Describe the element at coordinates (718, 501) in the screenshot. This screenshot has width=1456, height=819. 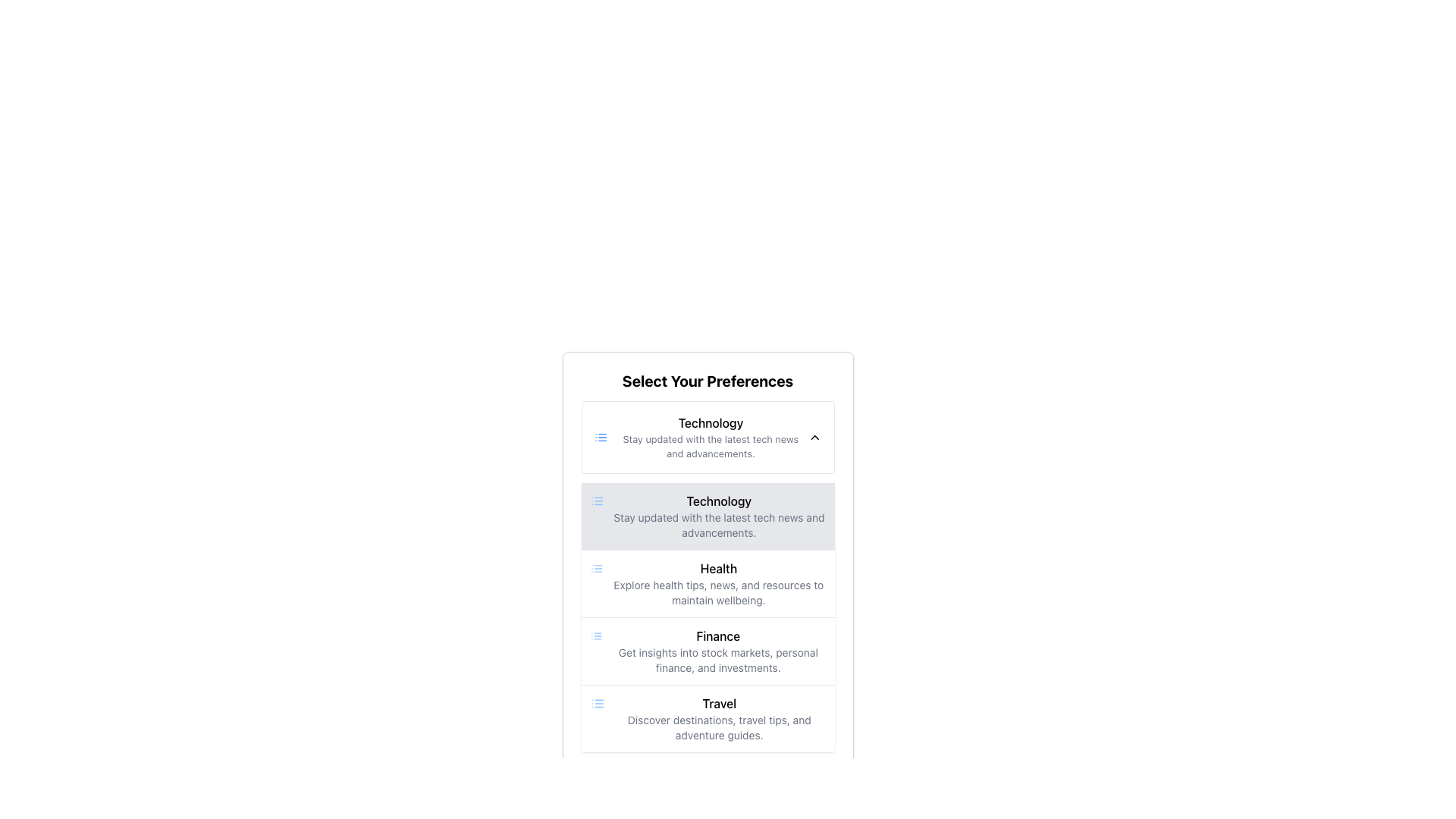
I see `the text label displaying 'Technology' in bold font within the preferences list under 'Select Your Preferences.'` at that location.